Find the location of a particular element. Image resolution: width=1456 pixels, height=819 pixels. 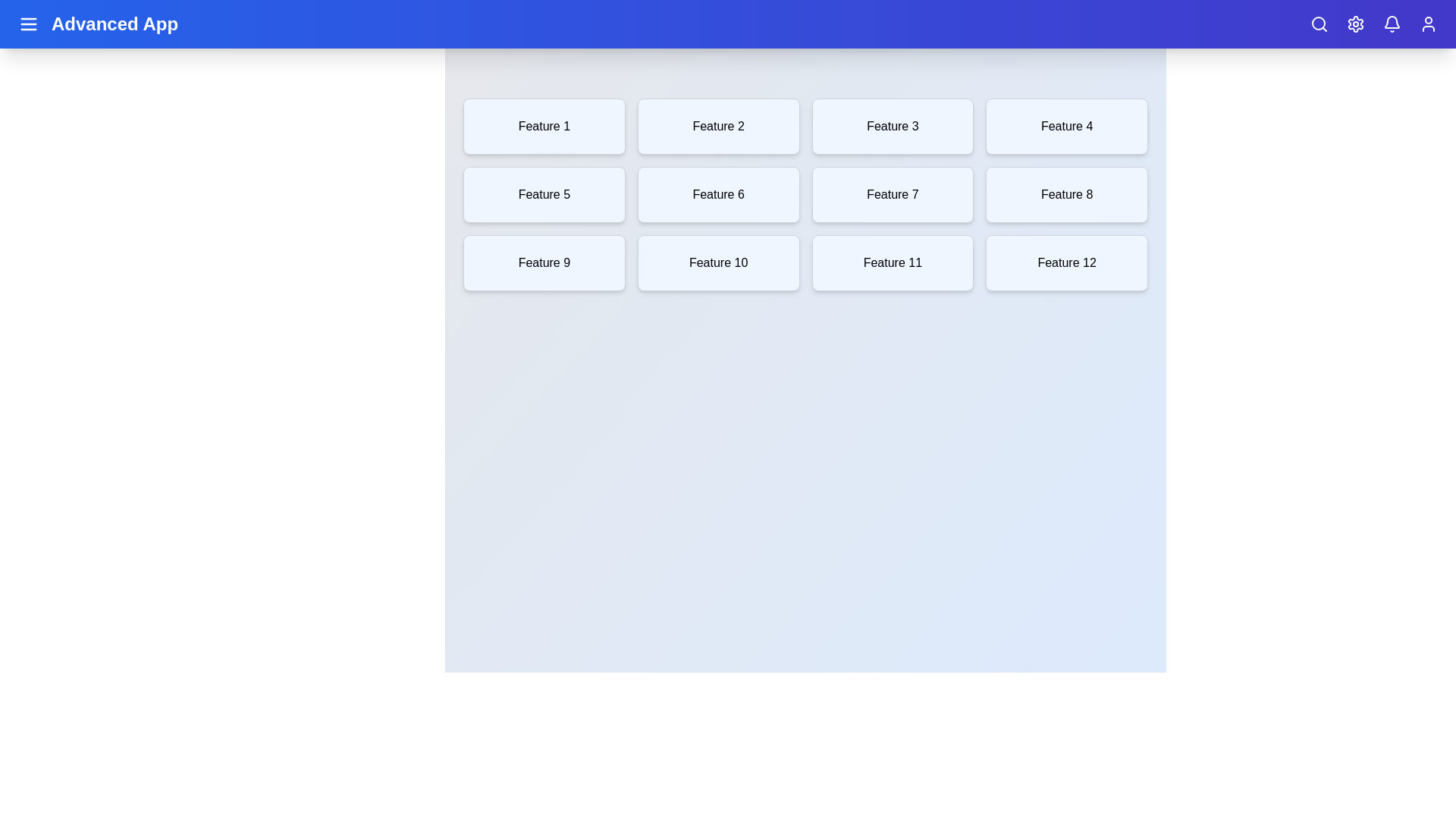

the bell icon to interact with it is located at coordinates (1392, 24).